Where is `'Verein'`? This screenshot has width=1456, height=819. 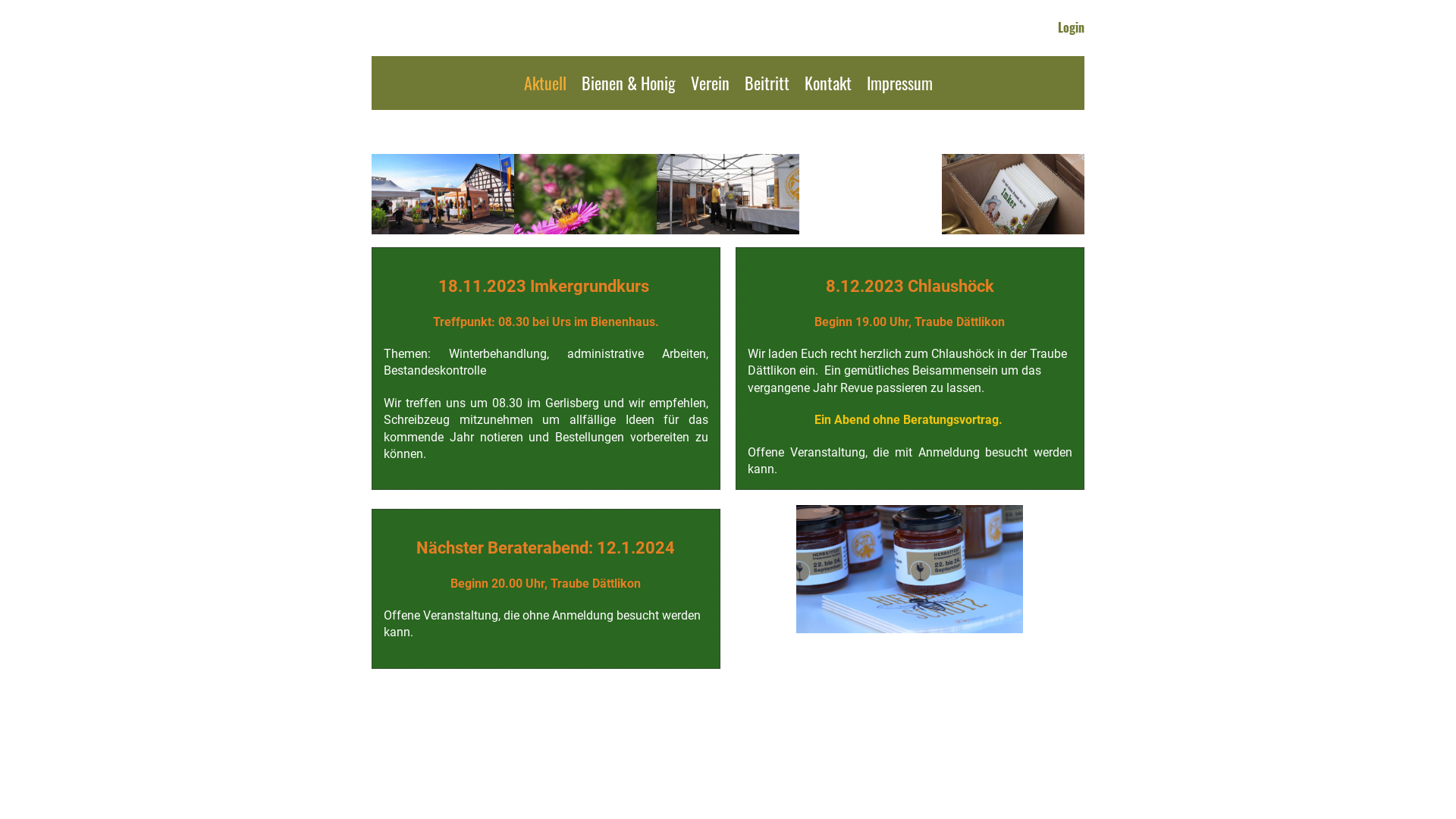 'Verein' is located at coordinates (708, 83).